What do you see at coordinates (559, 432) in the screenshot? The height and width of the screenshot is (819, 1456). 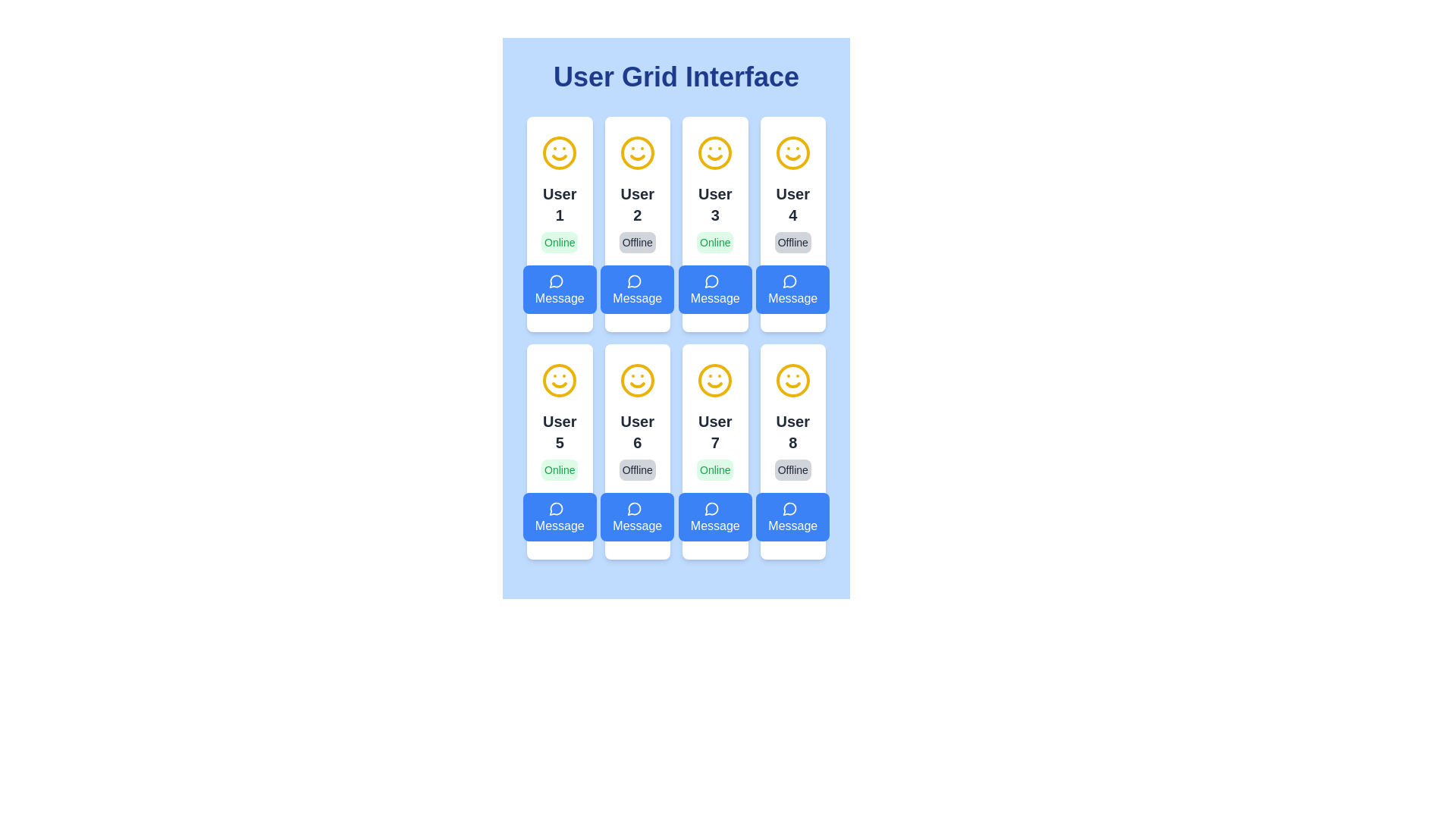 I see `the text label displaying the name 'User 5', which is the second text element in the second row of profile cards, located below the user's avatar and above the status indicator 'Online'` at bounding box center [559, 432].